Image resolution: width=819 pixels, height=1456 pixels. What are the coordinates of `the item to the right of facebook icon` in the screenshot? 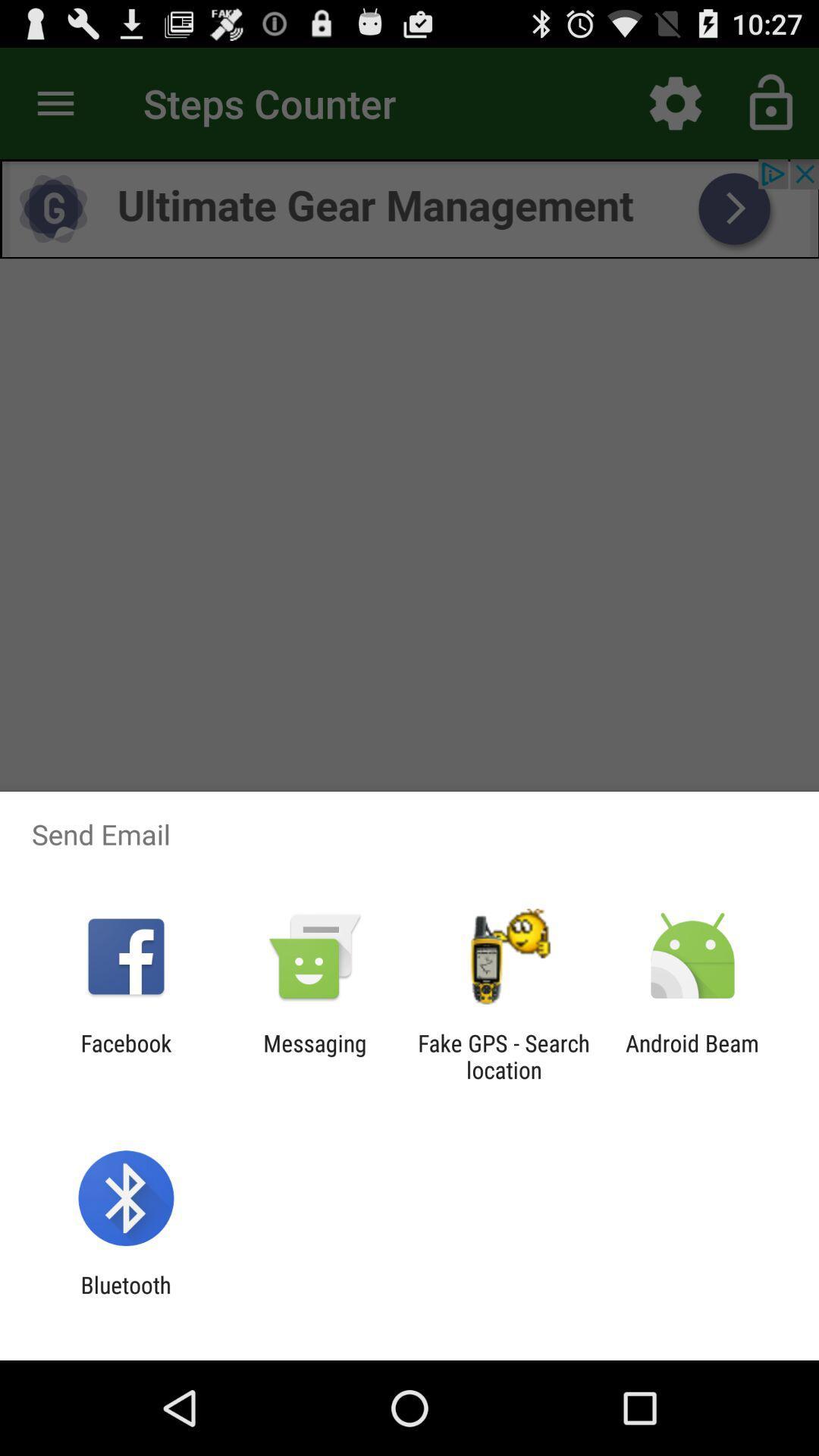 It's located at (314, 1056).